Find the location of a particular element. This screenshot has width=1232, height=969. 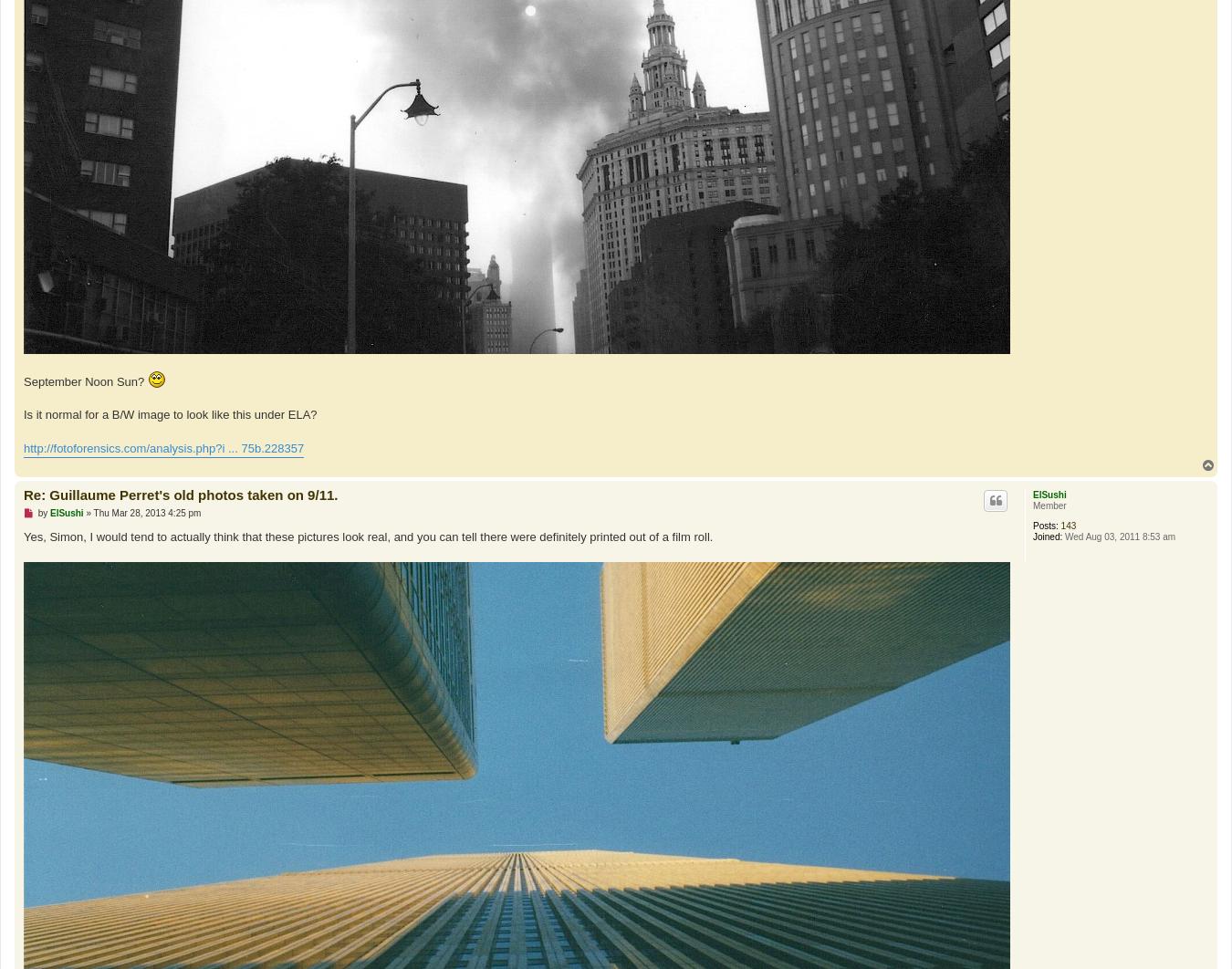

'Re: Guillaume Perret's old photos taken on 9/11.' is located at coordinates (181, 494).